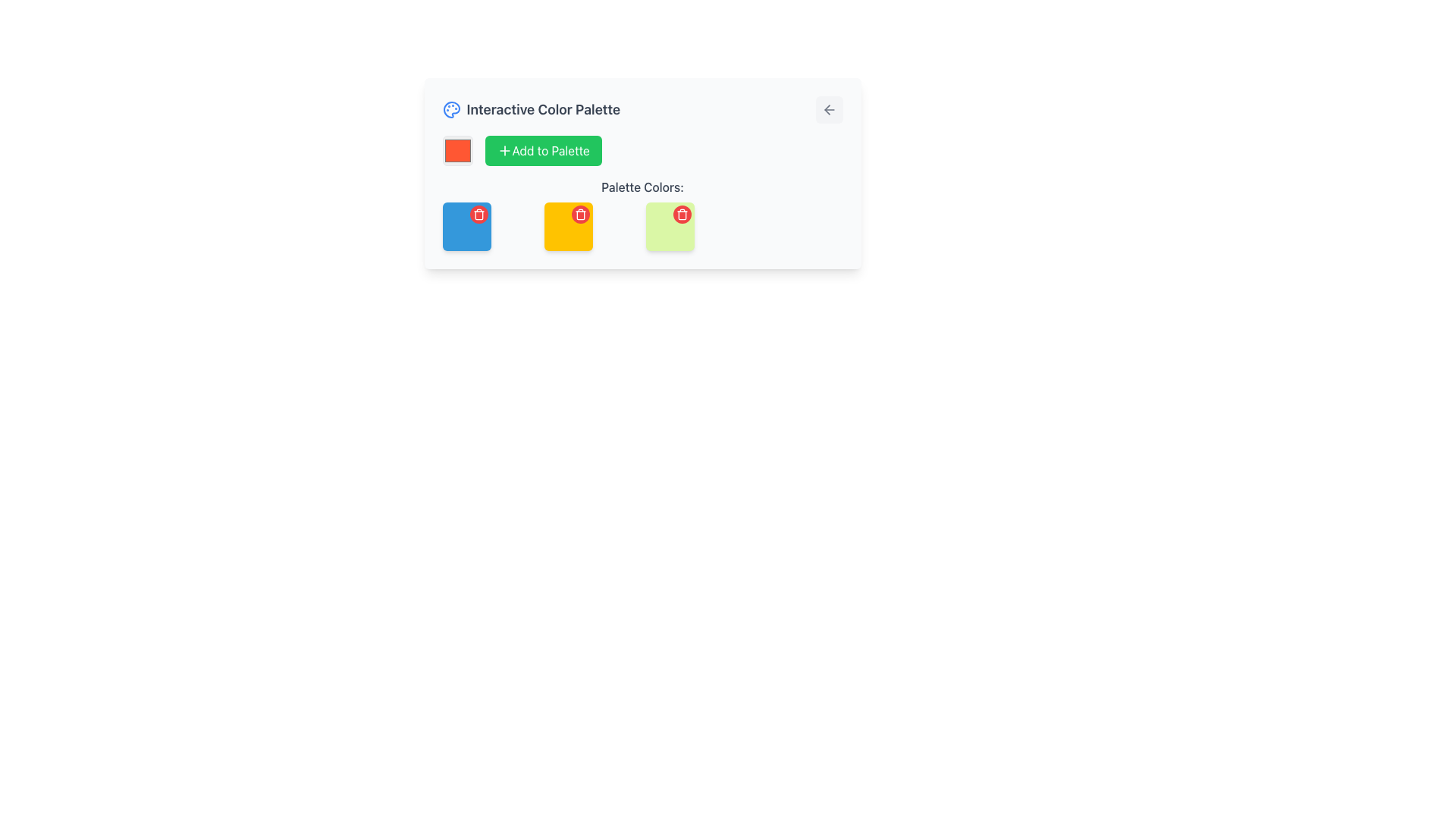 The image size is (1456, 819). I want to click on the 'Add to Palette' button, which is a green rectangular button with rounded edges displaying the text 'Add to Palette' in white and a '+' icon on its left, so click(550, 151).